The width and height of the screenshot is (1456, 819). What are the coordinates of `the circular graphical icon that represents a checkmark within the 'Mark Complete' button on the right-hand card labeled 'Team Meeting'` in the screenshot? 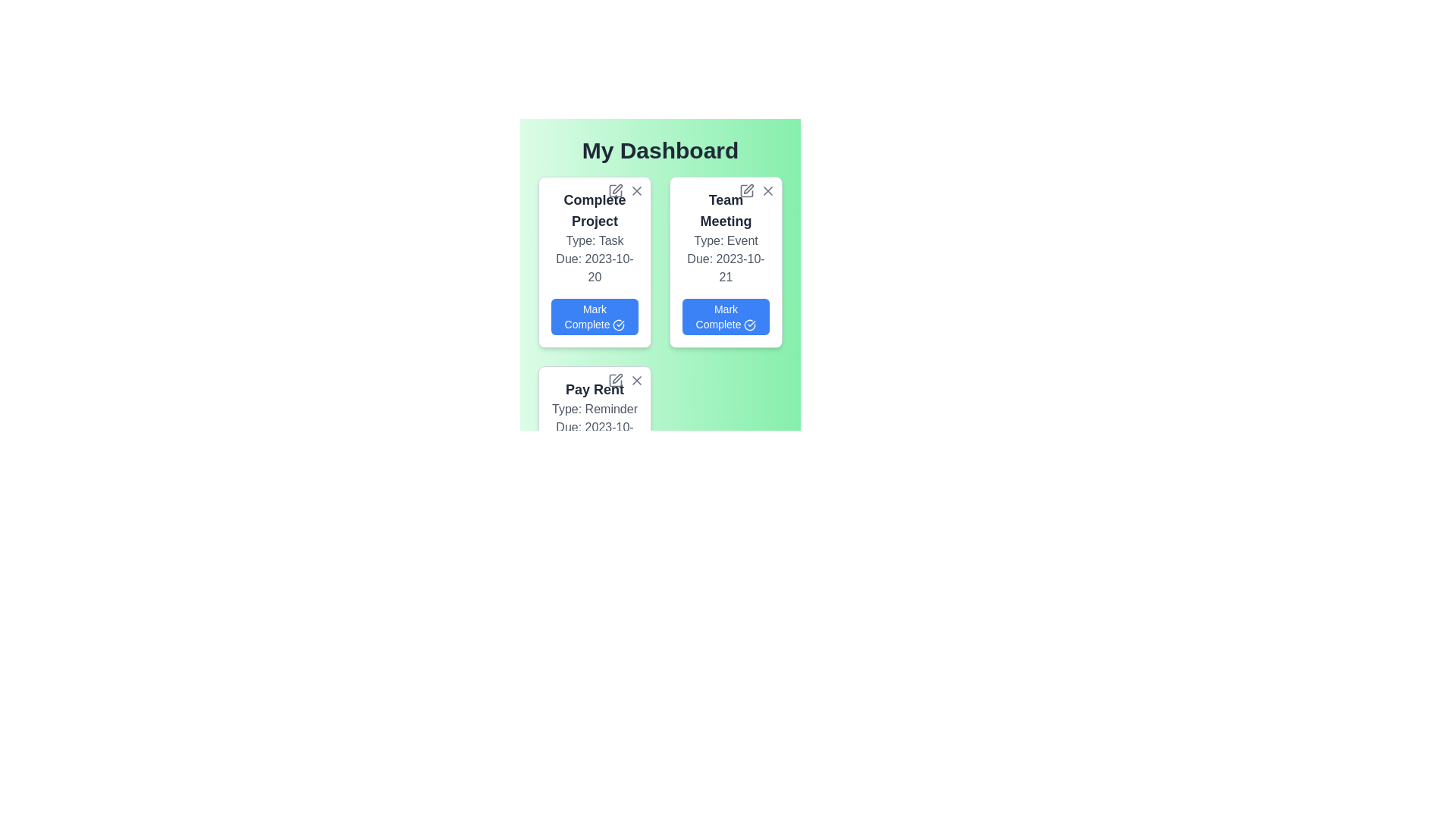 It's located at (750, 325).